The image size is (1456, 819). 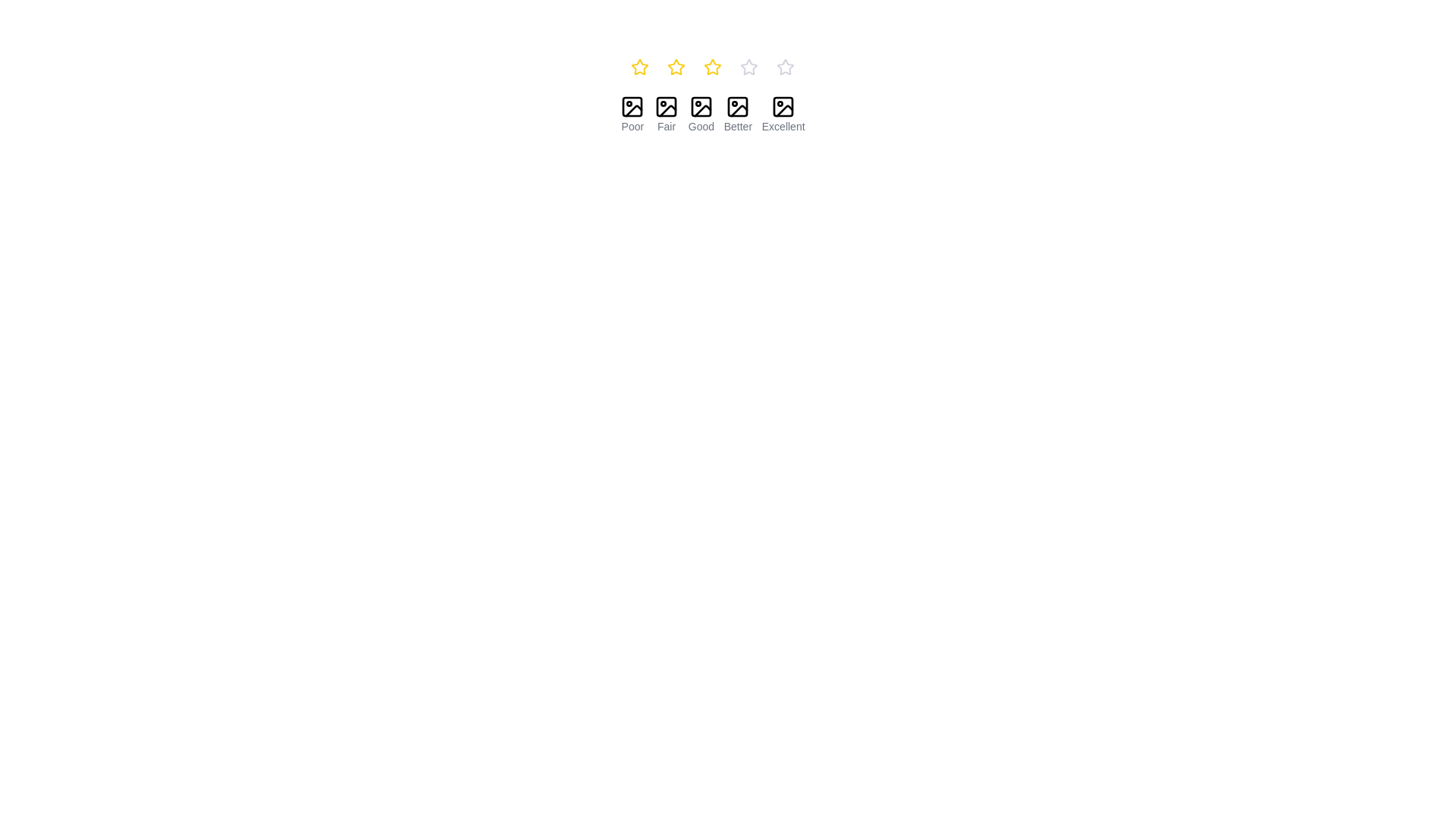 What do you see at coordinates (676, 66) in the screenshot?
I see `the second star icon in the rating system` at bounding box center [676, 66].